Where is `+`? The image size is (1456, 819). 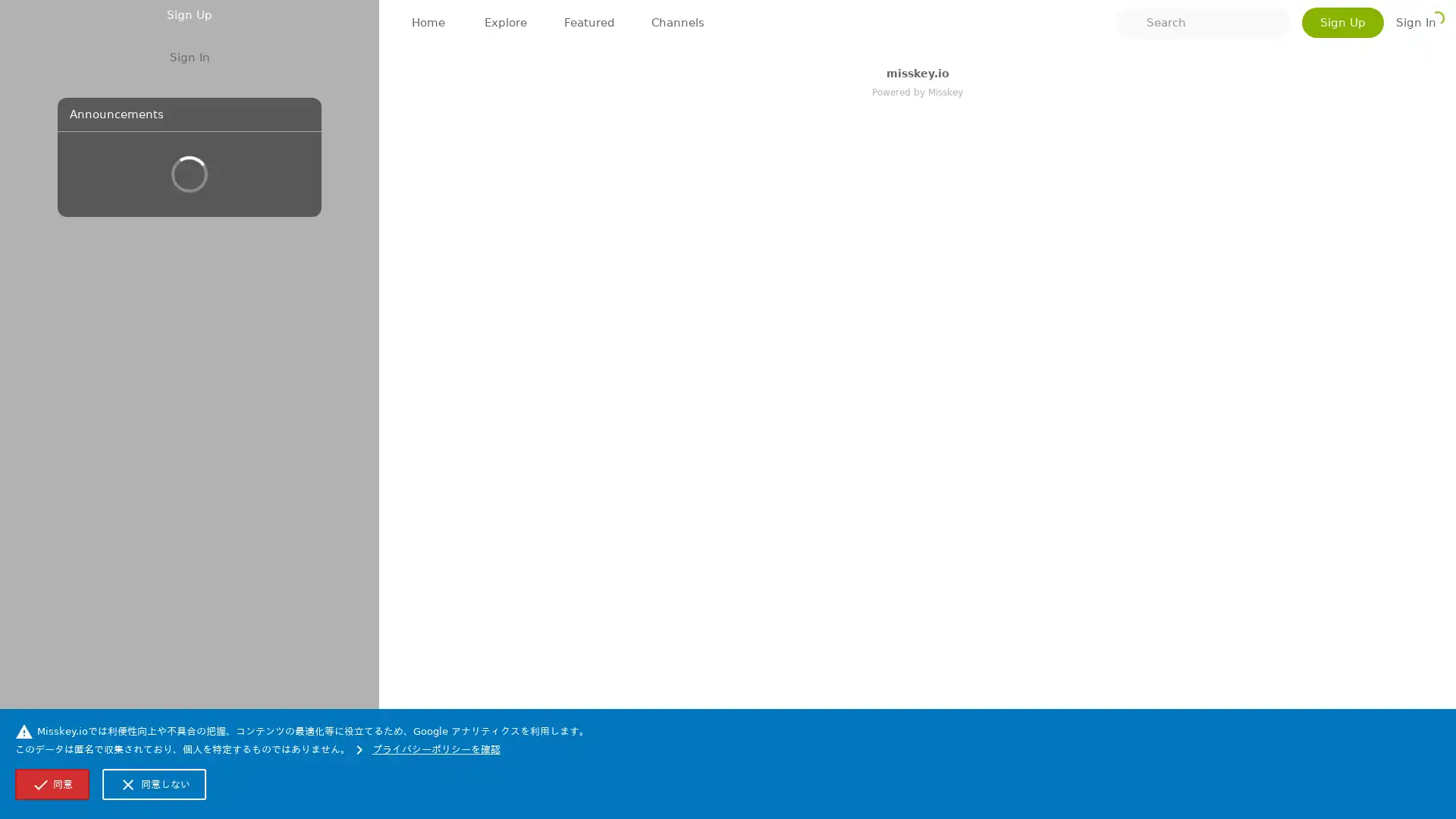
+ is located at coordinates (576, 234).